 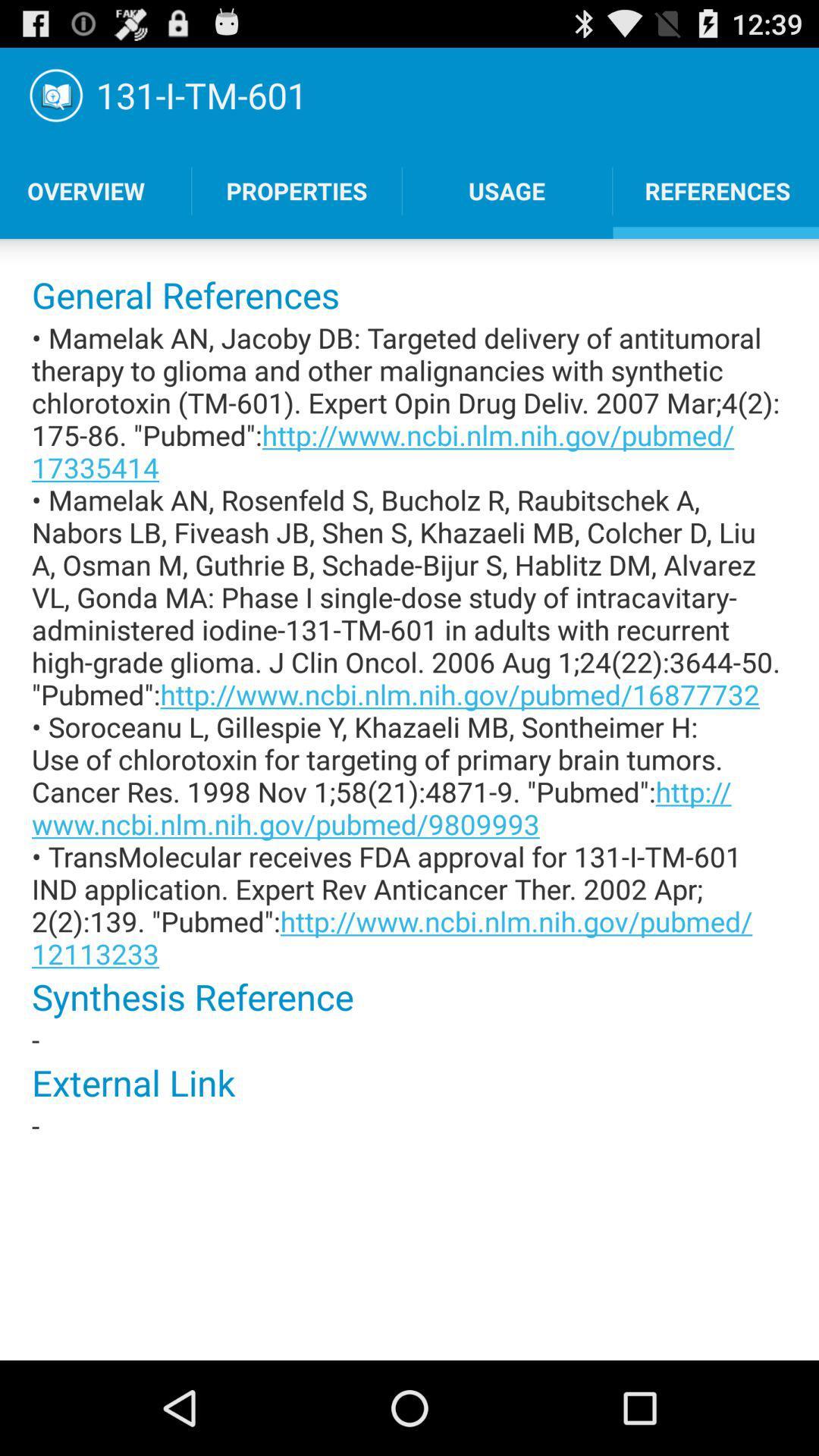 What do you see at coordinates (409, 1039) in the screenshot?
I see `the - item` at bounding box center [409, 1039].